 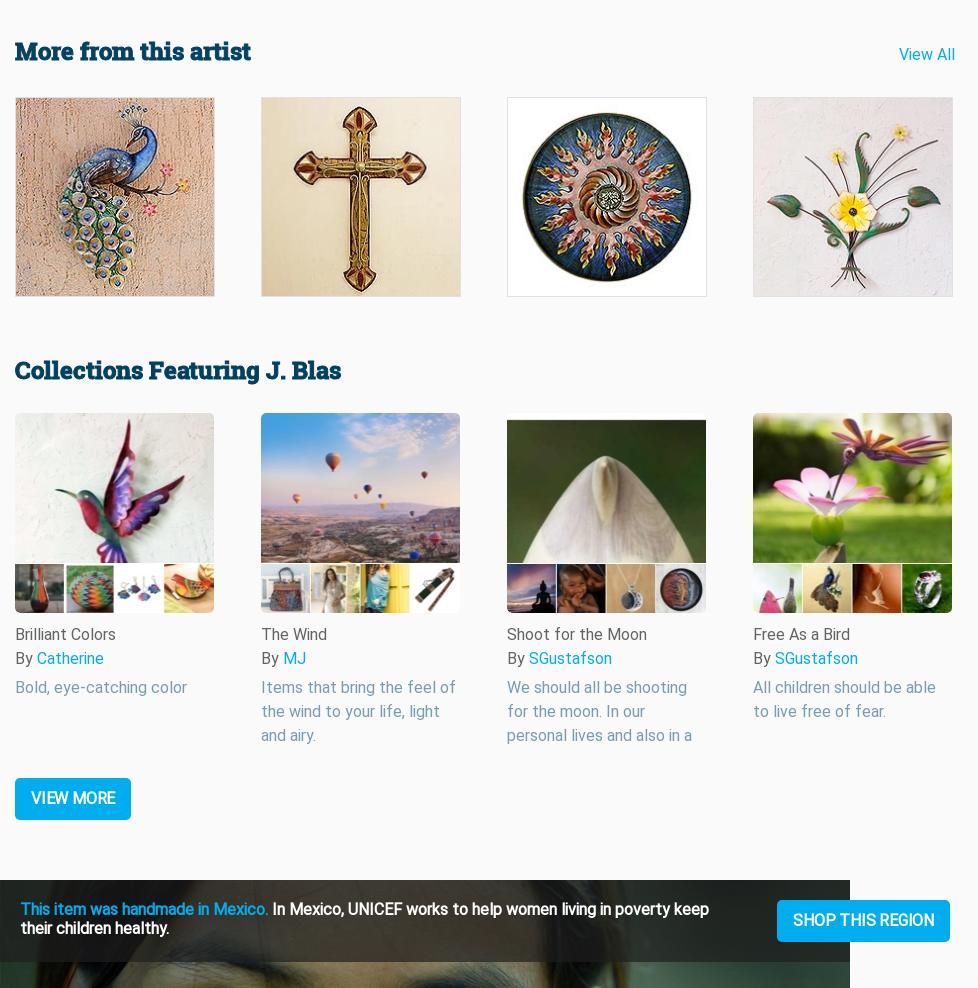 What do you see at coordinates (293, 657) in the screenshot?
I see `'MJ'` at bounding box center [293, 657].